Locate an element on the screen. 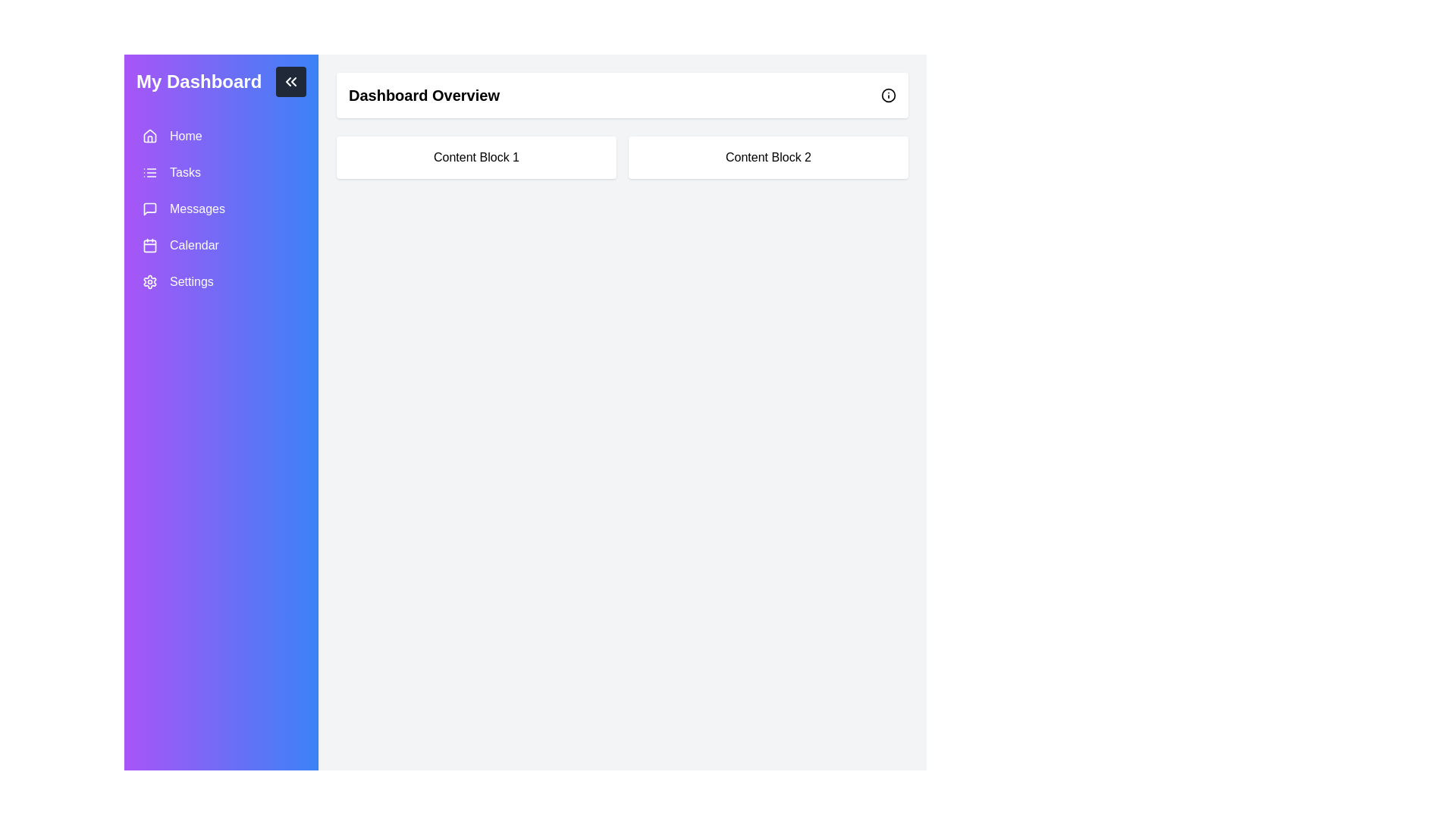 This screenshot has width=1456, height=819. the circular graphical component of the 'info' icon located in the upper right section of the main interface adjacent to the 'Dashboard Overview' header is located at coordinates (888, 94).